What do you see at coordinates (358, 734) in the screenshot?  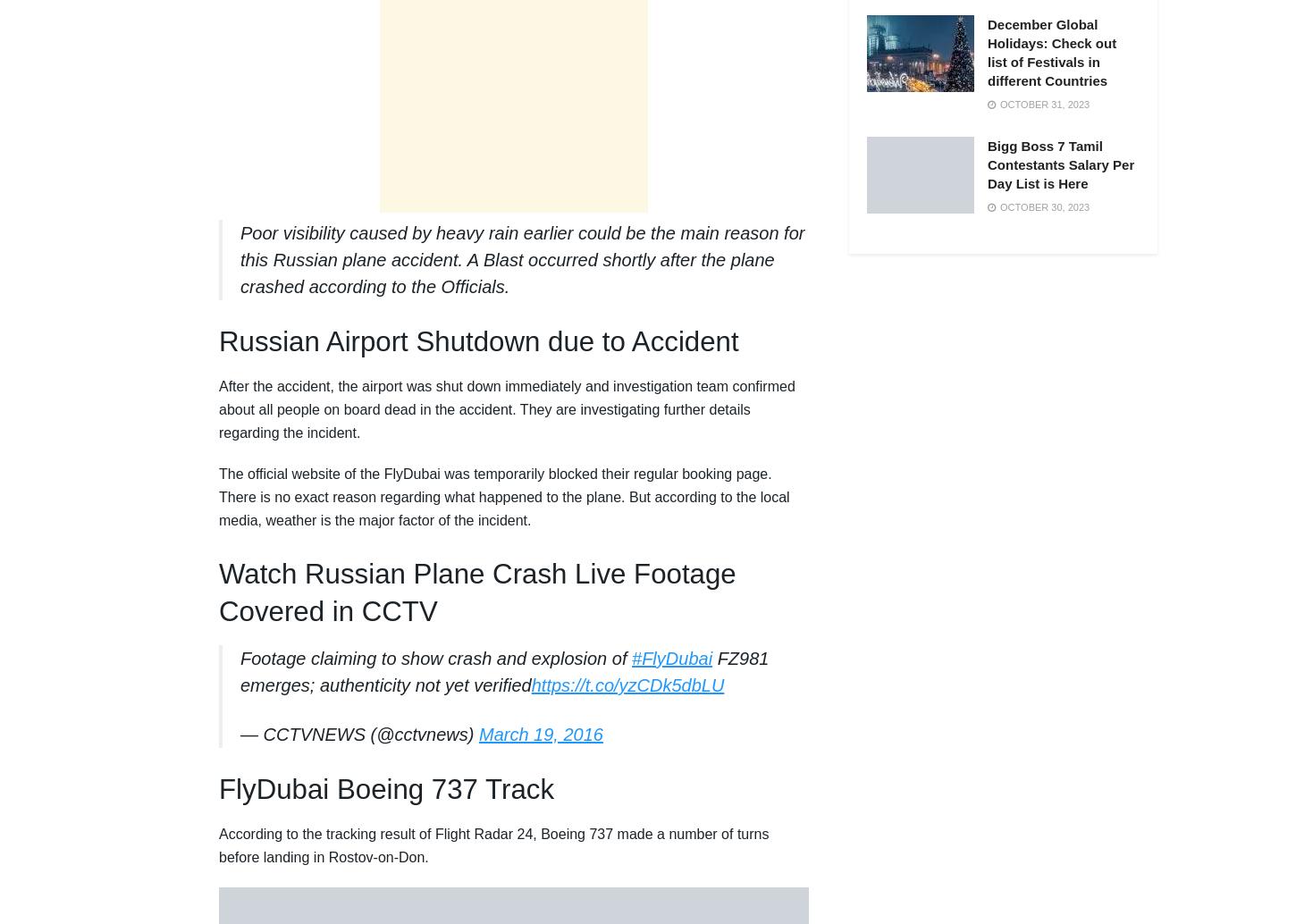 I see `'— CCTVNEWS (@cctvnews)'` at bounding box center [358, 734].